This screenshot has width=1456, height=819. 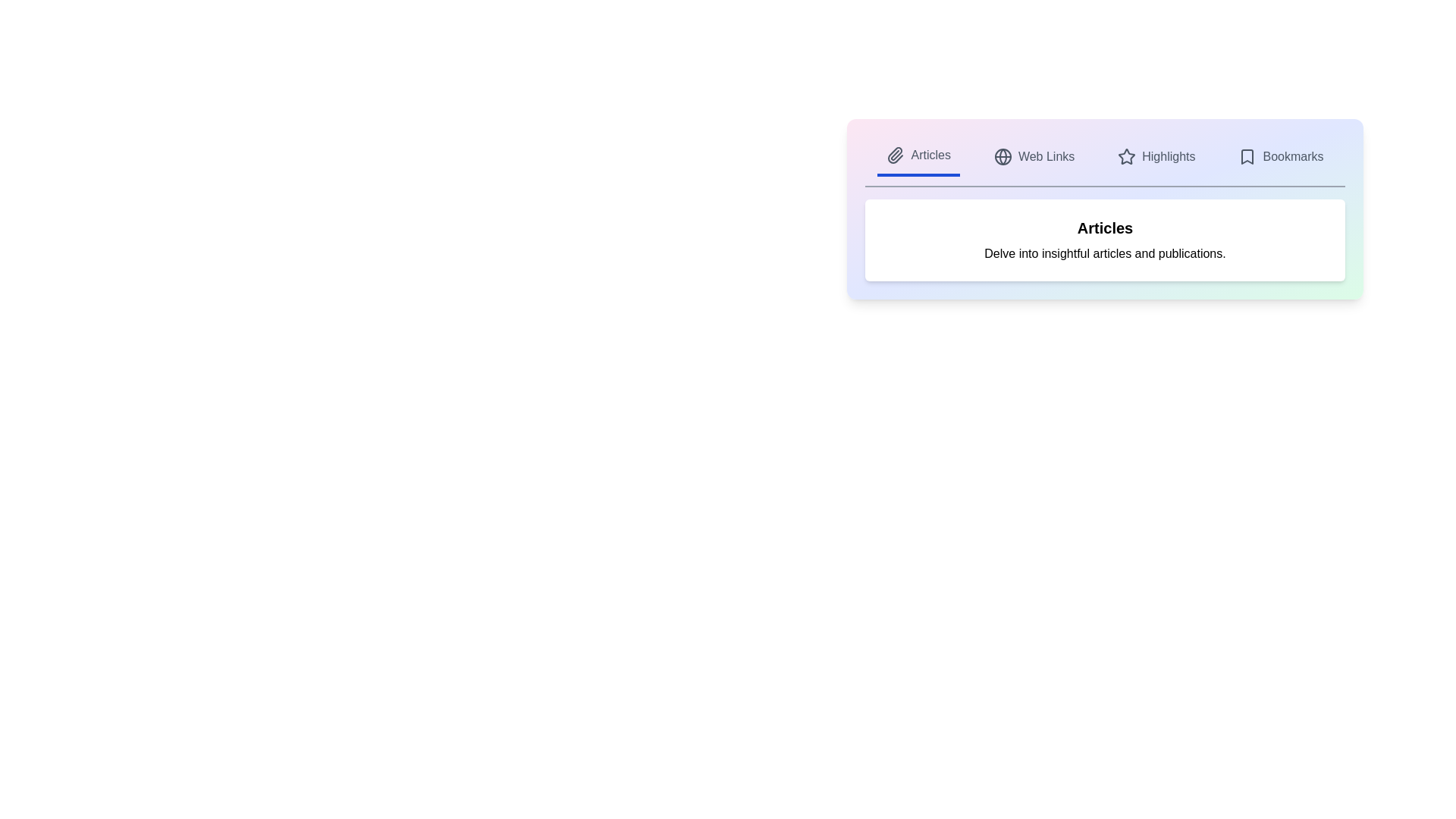 I want to click on the tab labeled Bookmarks to preview its action, so click(x=1280, y=157).